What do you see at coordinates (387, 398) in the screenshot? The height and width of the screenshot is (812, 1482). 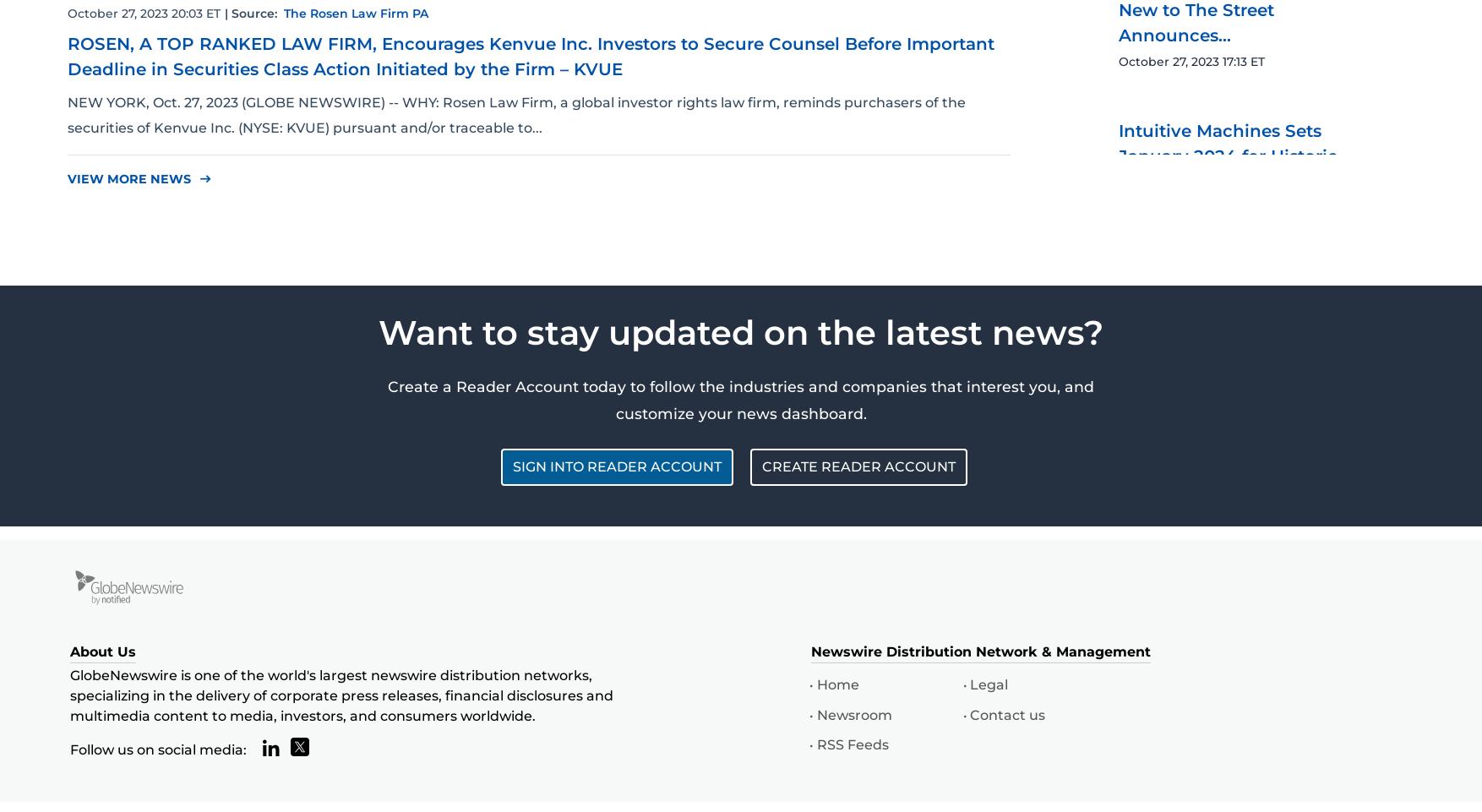 I see `'Create a Reader Account today to follow the industries and companies that interest you, and customize your news dashboard.'` at bounding box center [387, 398].